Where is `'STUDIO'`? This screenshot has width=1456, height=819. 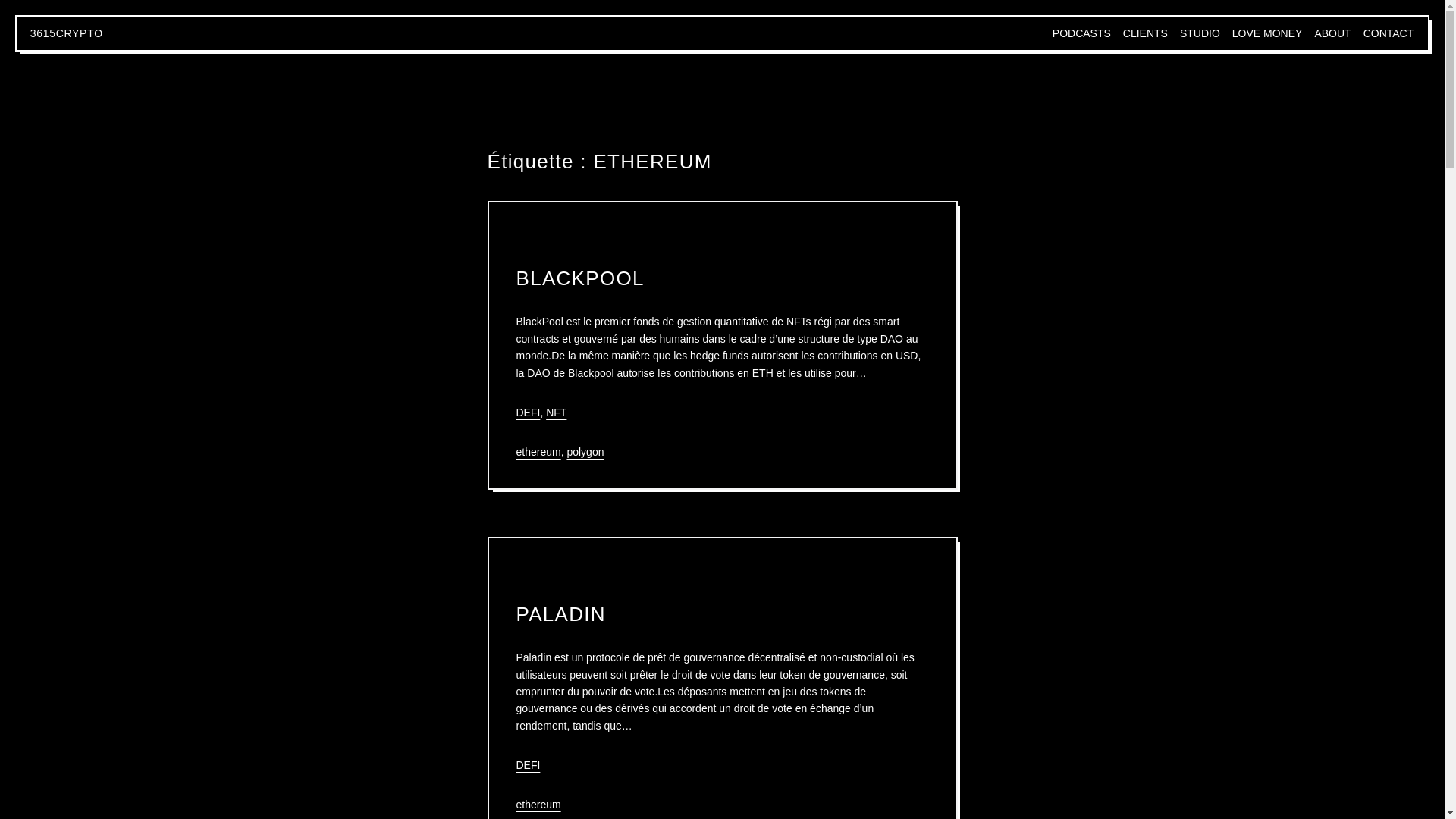 'STUDIO' is located at coordinates (1199, 33).